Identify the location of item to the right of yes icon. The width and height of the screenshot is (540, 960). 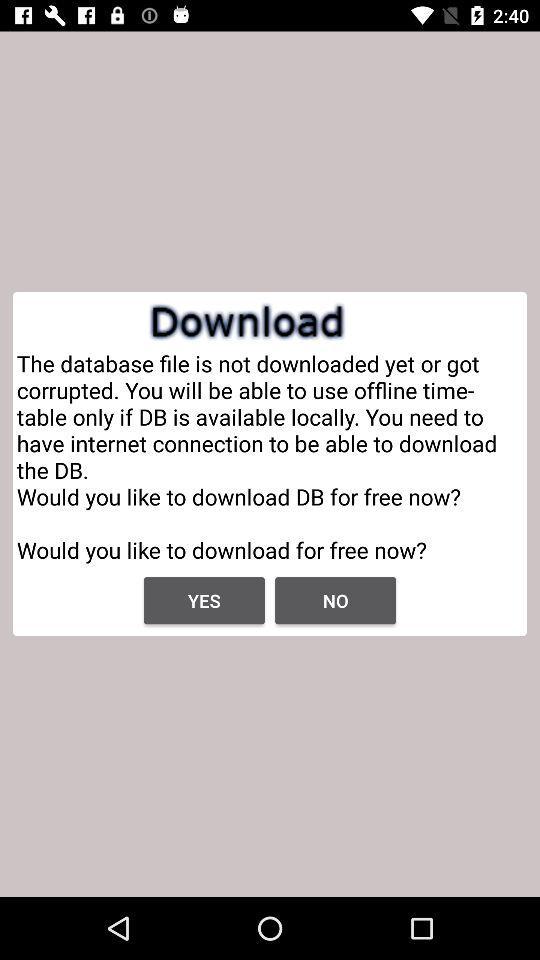
(335, 600).